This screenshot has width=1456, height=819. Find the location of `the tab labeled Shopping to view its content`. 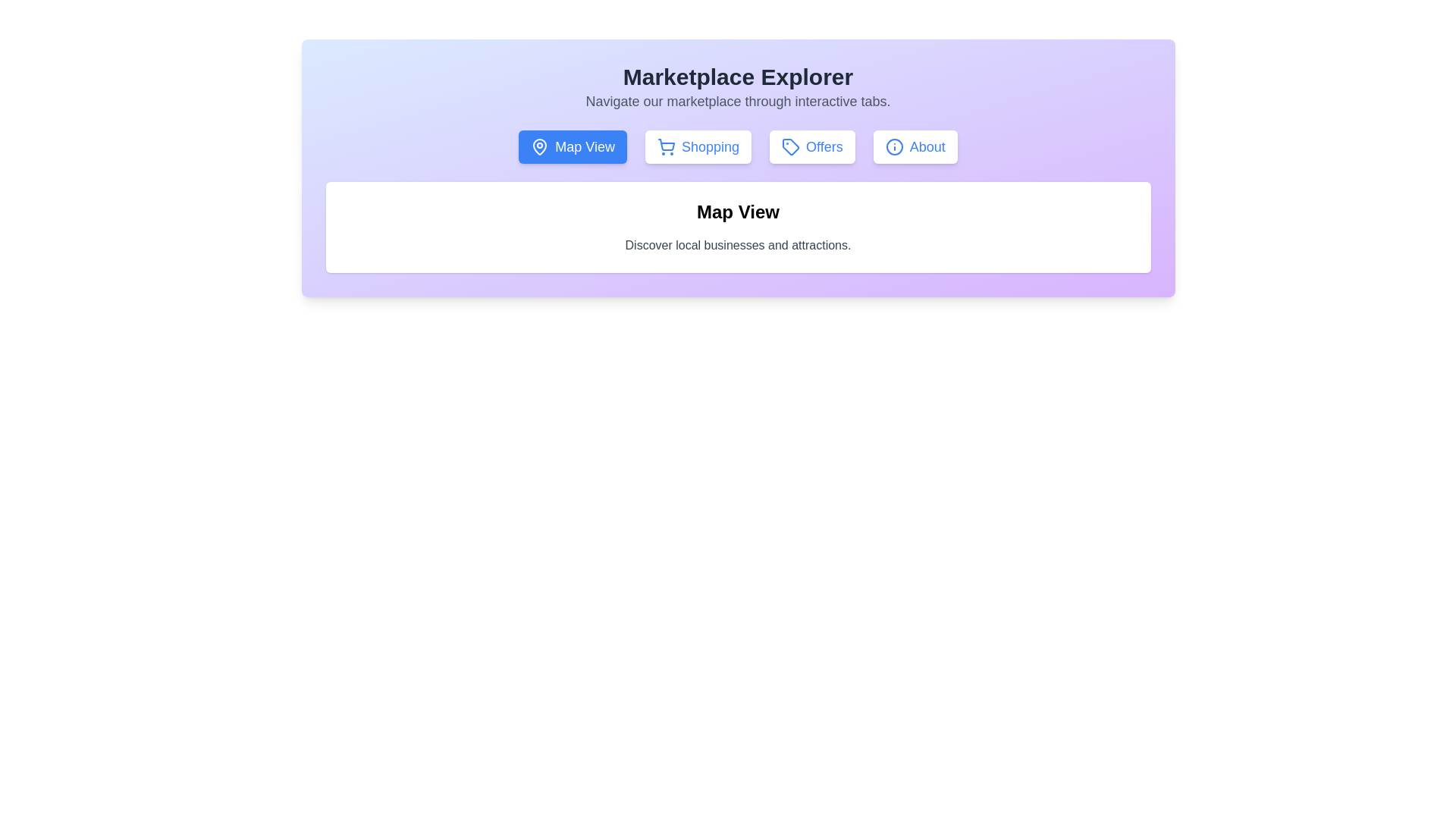

the tab labeled Shopping to view its content is located at coordinates (698, 146).